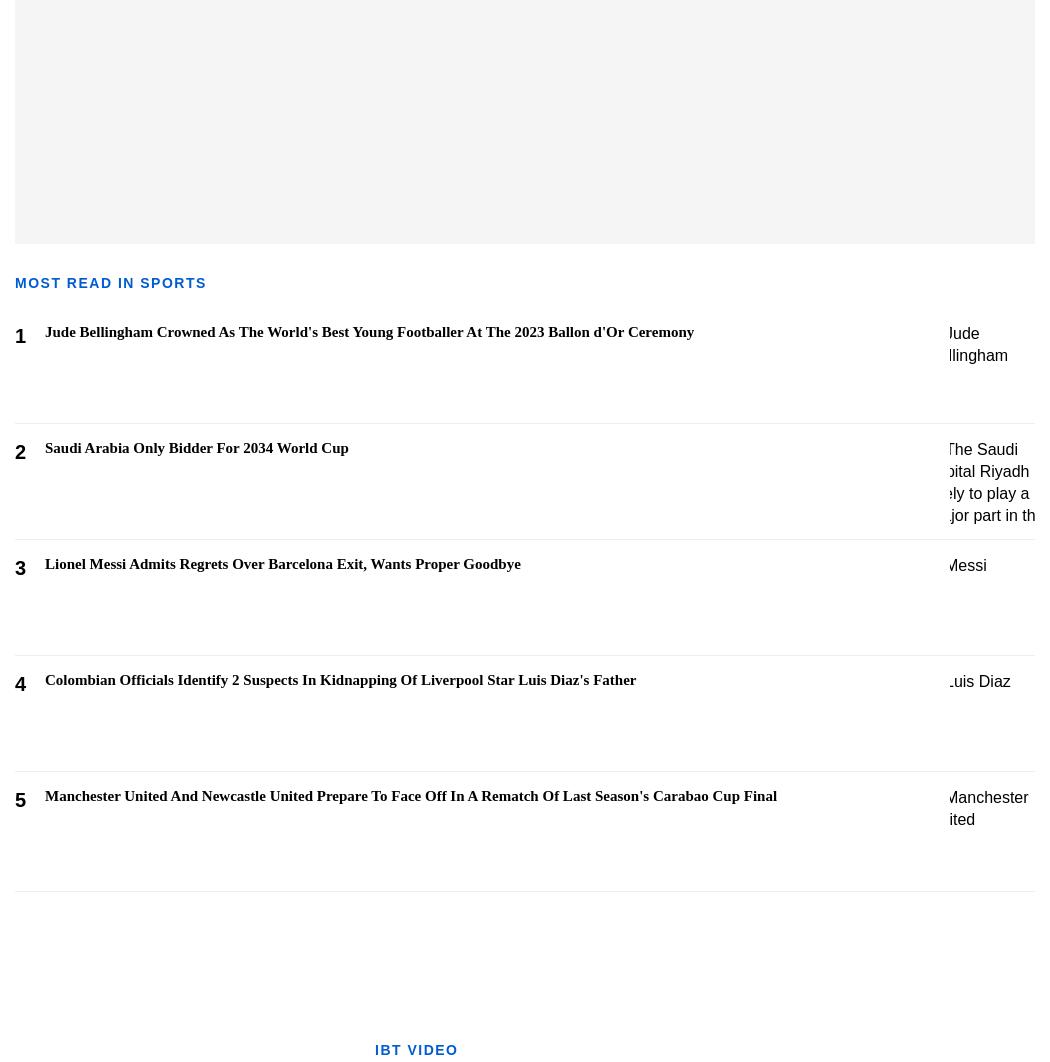 This screenshot has height=1062, width=1050. Describe the element at coordinates (410, 795) in the screenshot. I see `'Manchester United And Newcastle United Prepare To Face Off In A Rematch Of Last Season's Carabao Cup Final'` at that location.